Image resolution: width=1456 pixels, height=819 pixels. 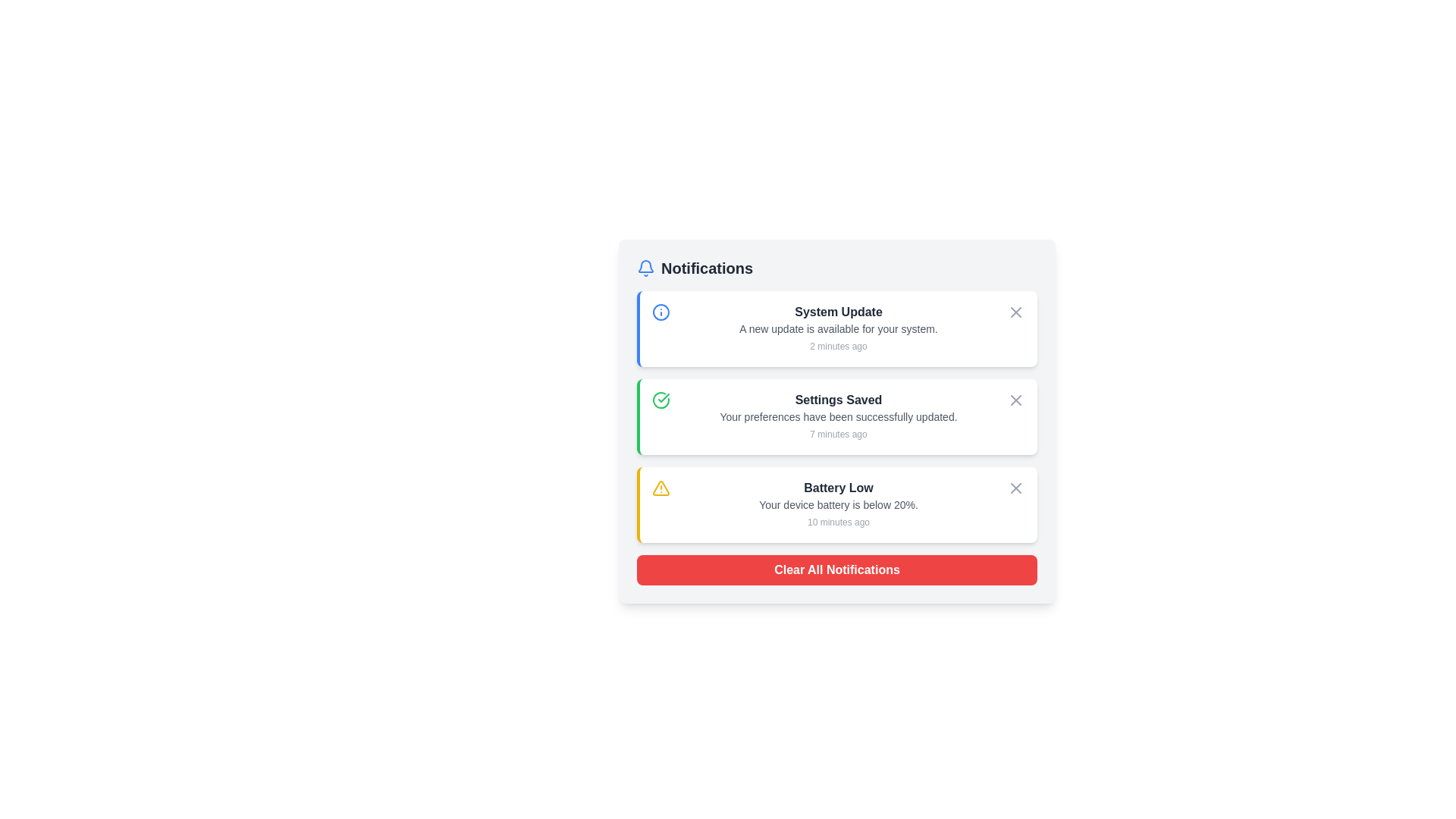 What do you see at coordinates (837, 505) in the screenshot?
I see `notification message titled 'Battery Low' which states 'Your device battery is below 20%' and was timestamped '10 minutes ago.'` at bounding box center [837, 505].